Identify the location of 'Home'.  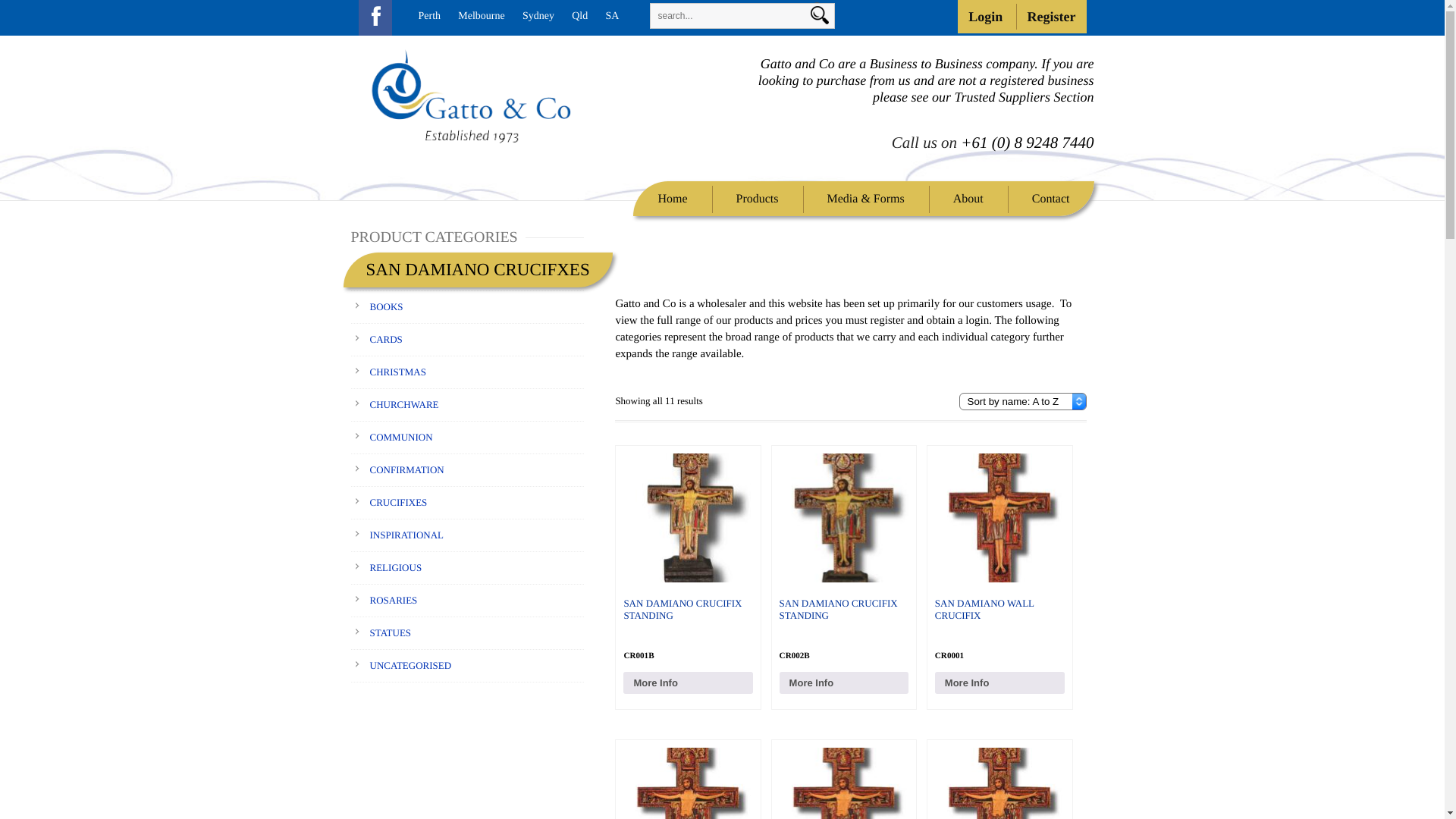
(644, 198).